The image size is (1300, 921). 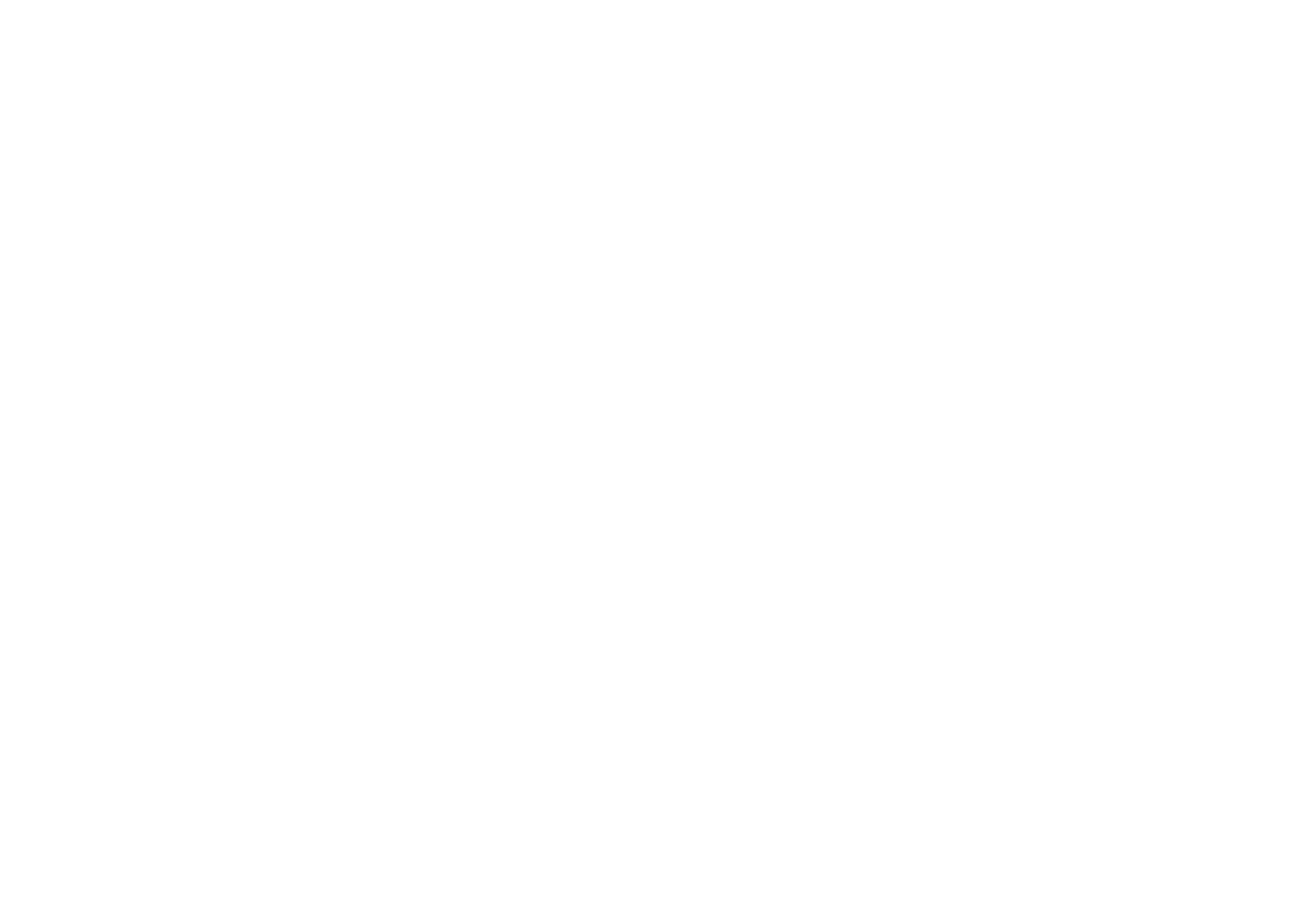 I want to click on '138, rue Villeneuve Ouest, Montreal, QC H2T 2R5', so click(x=173, y=84).